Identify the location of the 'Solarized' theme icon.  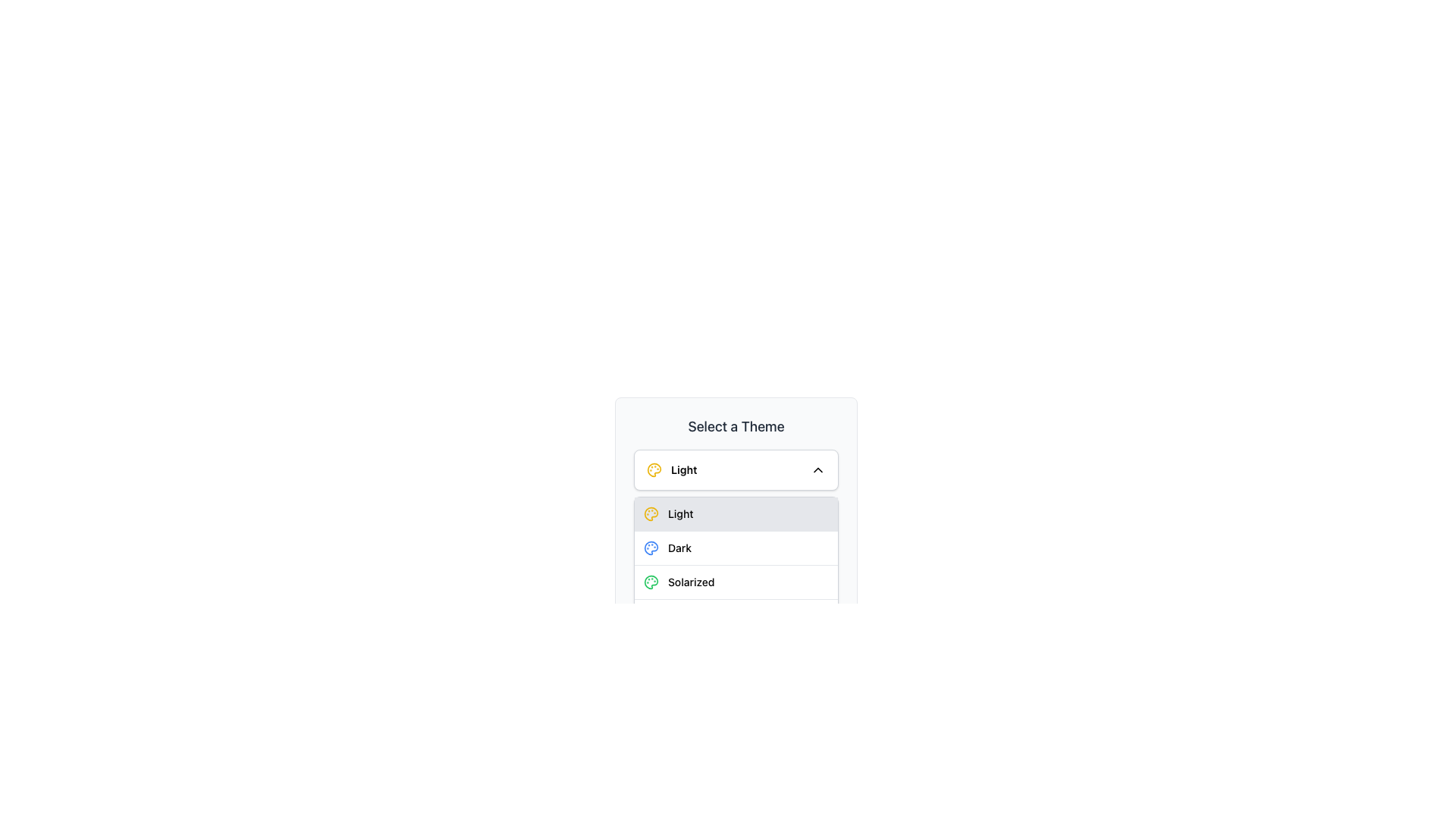
(651, 581).